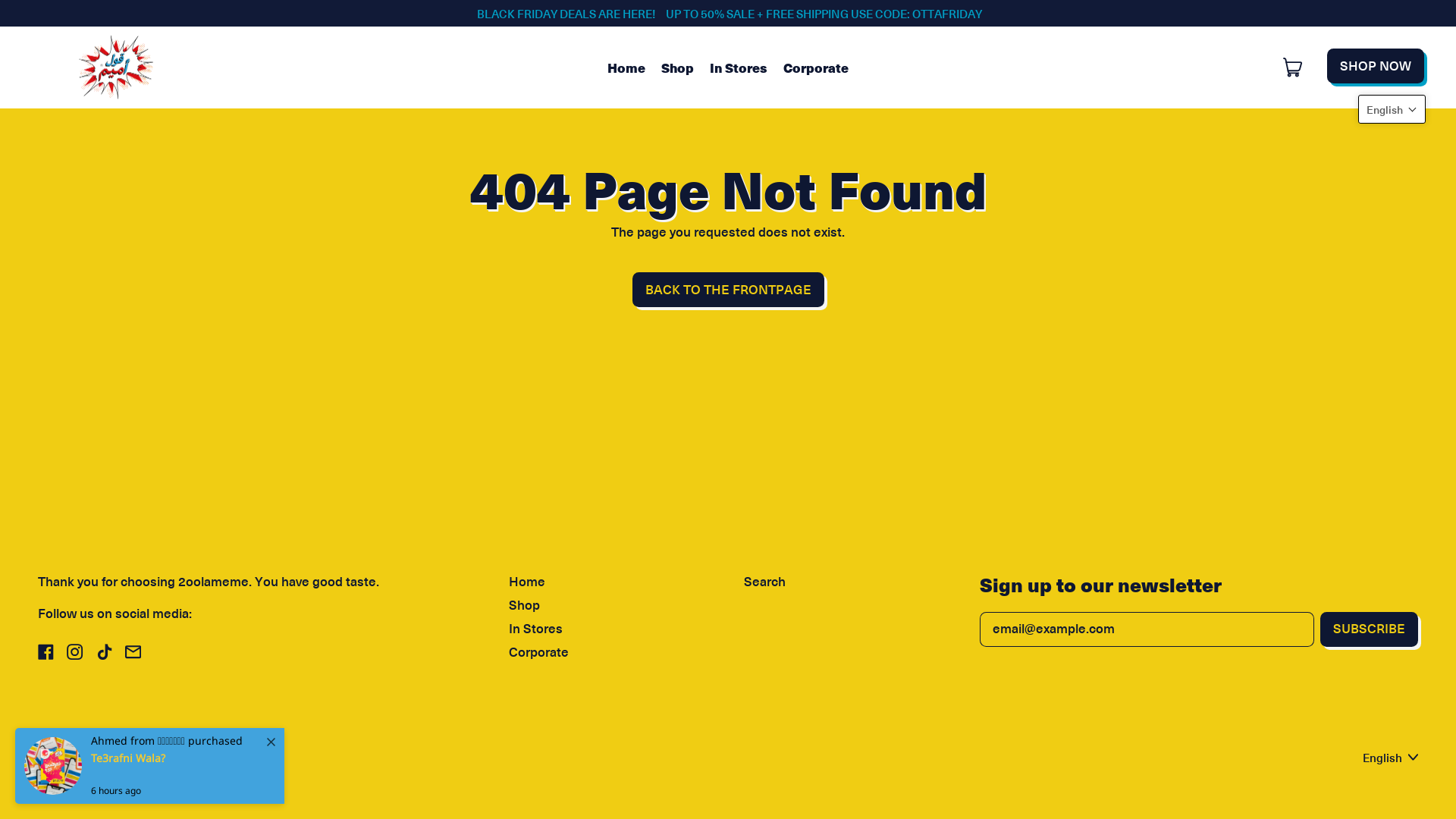  Describe the element at coordinates (1369, 629) in the screenshot. I see `'SUBSCRIBE'` at that location.